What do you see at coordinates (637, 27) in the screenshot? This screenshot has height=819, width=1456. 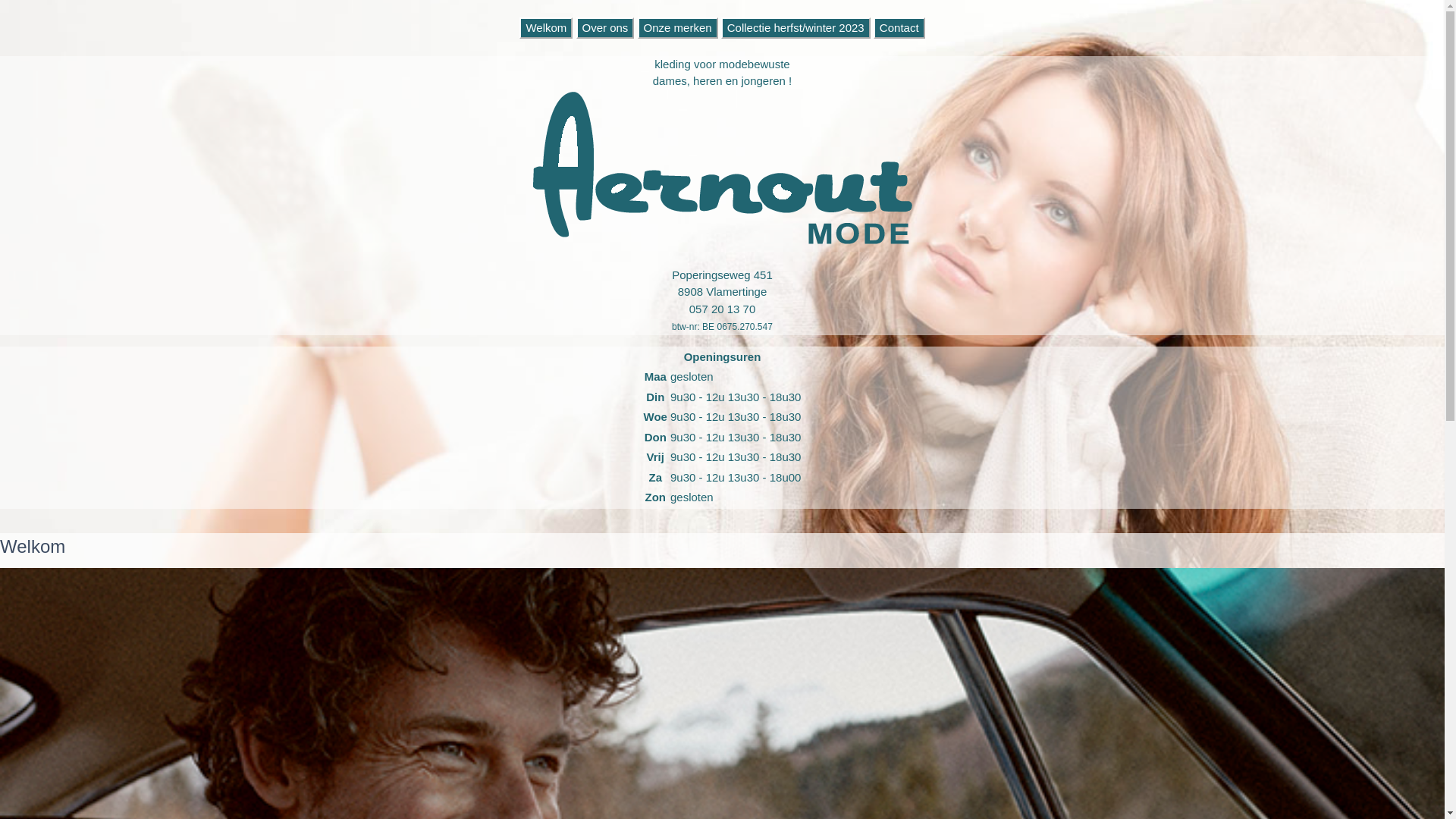 I see `'Onze merken'` at bounding box center [637, 27].